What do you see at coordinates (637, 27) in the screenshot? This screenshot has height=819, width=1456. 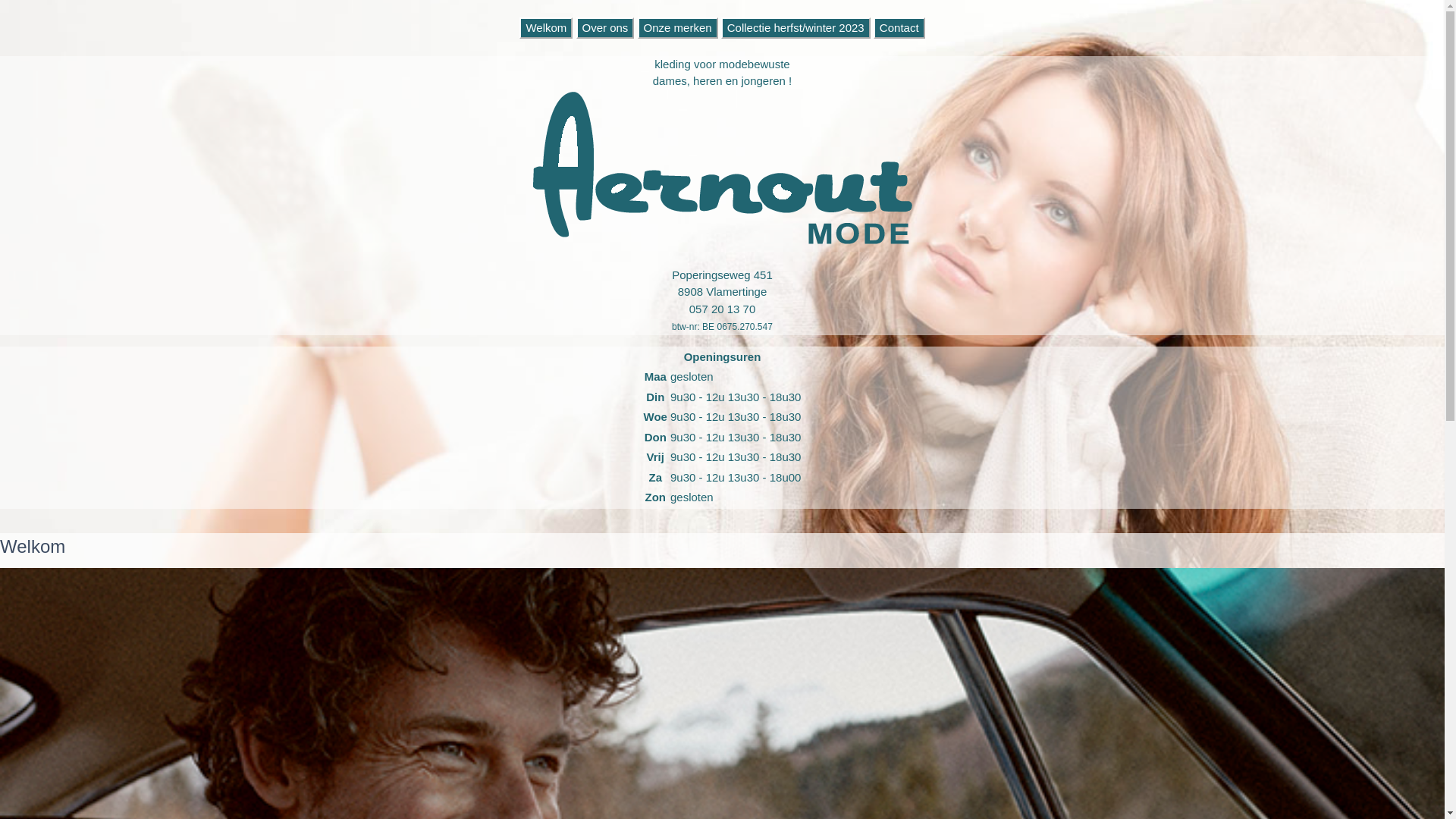 I see `'Onze merken'` at bounding box center [637, 27].